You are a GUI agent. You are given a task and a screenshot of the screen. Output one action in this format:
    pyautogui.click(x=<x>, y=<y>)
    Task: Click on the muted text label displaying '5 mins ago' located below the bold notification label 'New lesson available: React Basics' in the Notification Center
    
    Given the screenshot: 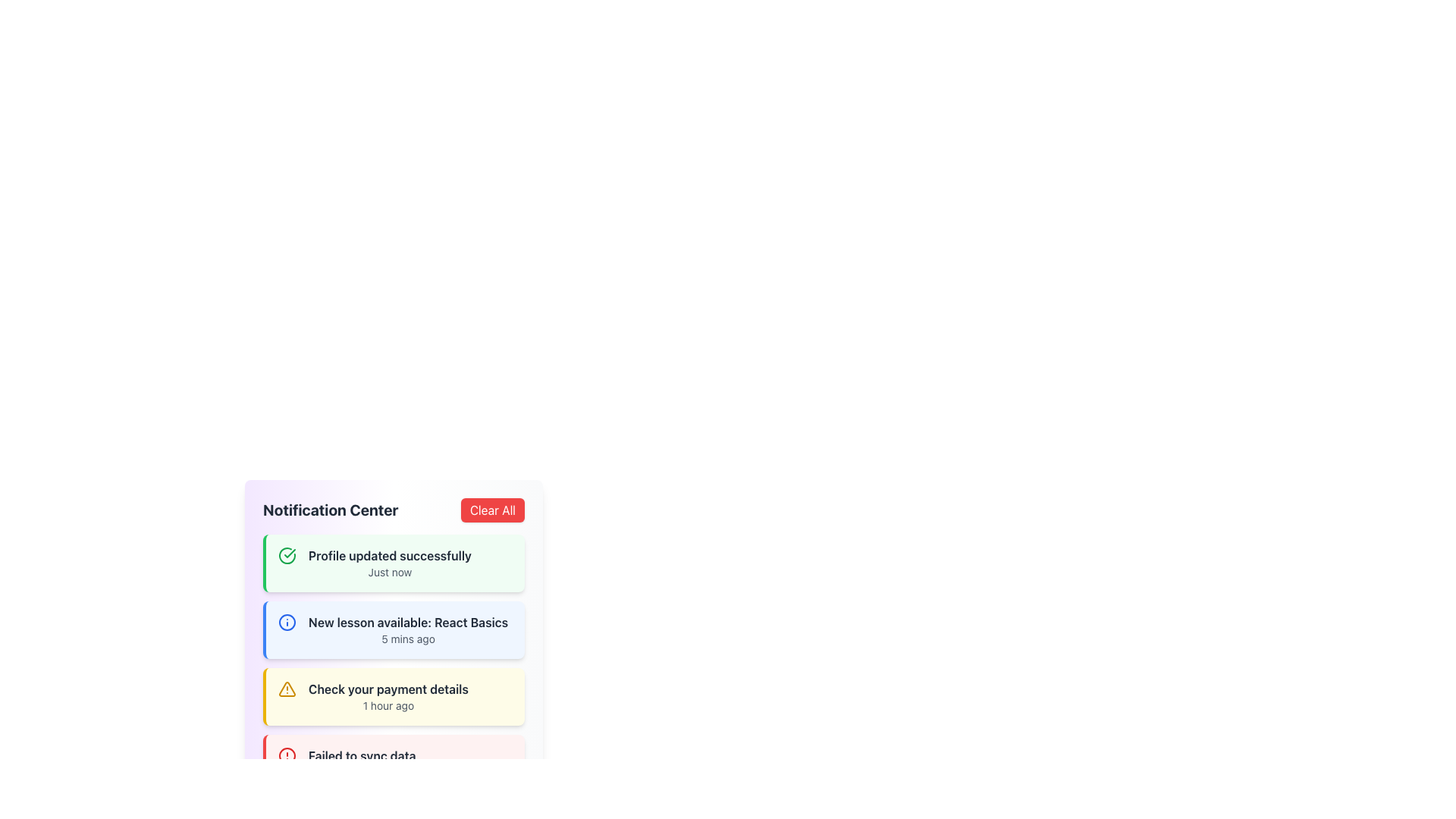 What is the action you would take?
    pyautogui.click(x=408, y=639)
    